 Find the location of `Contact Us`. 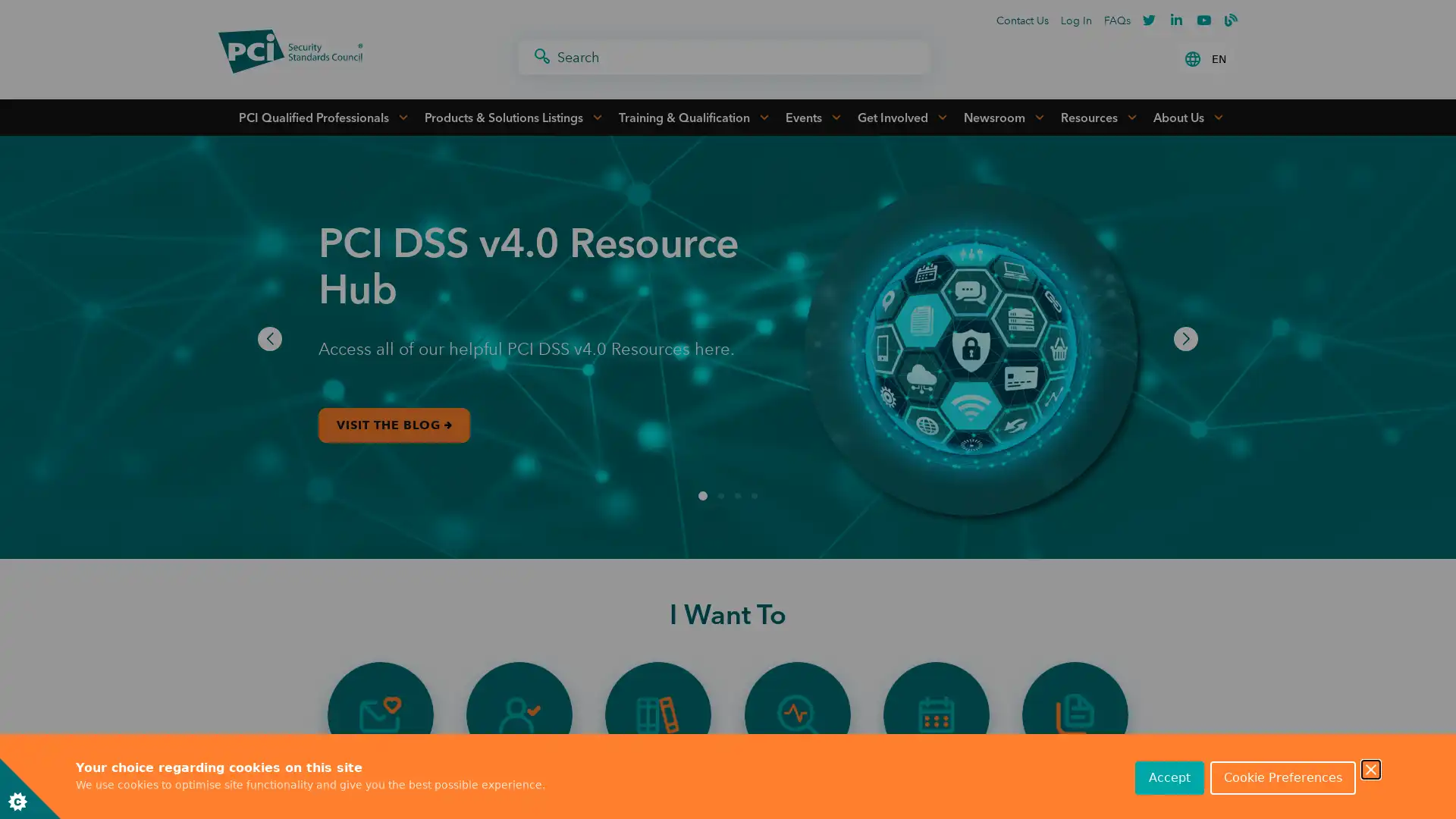

Contact Us is located at coordinates (1022, 20).